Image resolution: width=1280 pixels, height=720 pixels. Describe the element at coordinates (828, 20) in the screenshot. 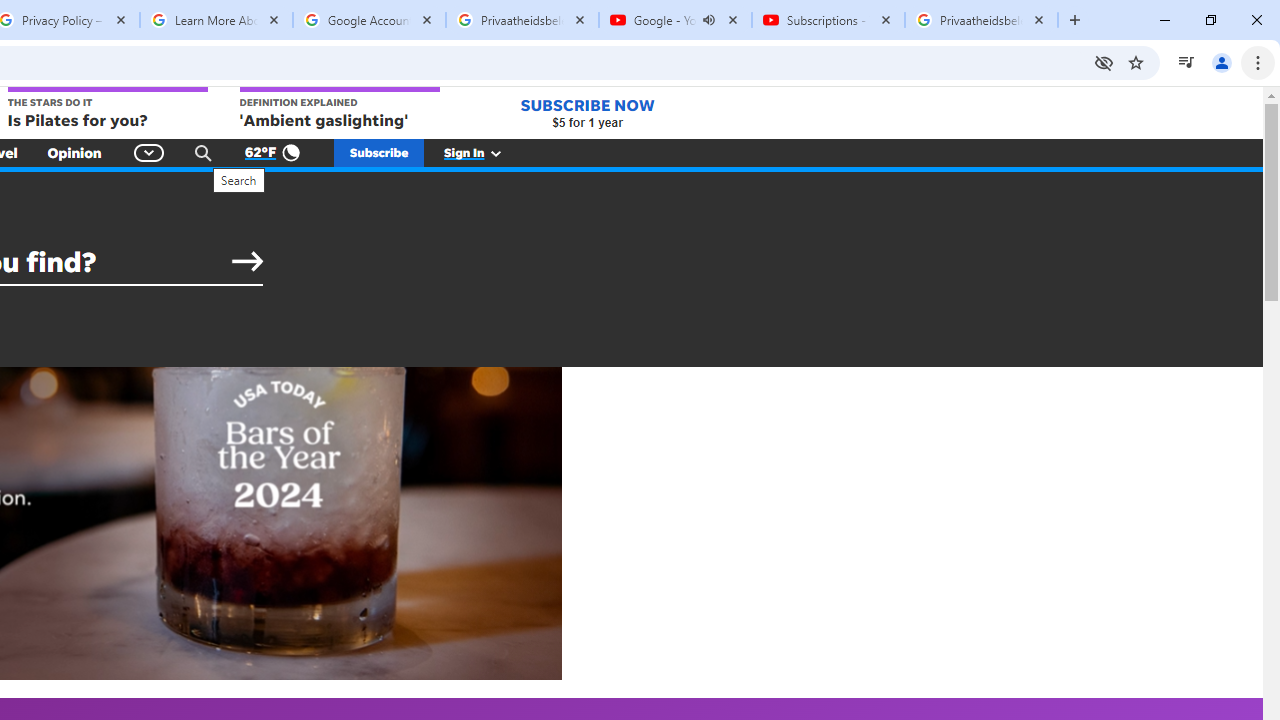

I see `'Subscriptions - YouTube'` at that location.